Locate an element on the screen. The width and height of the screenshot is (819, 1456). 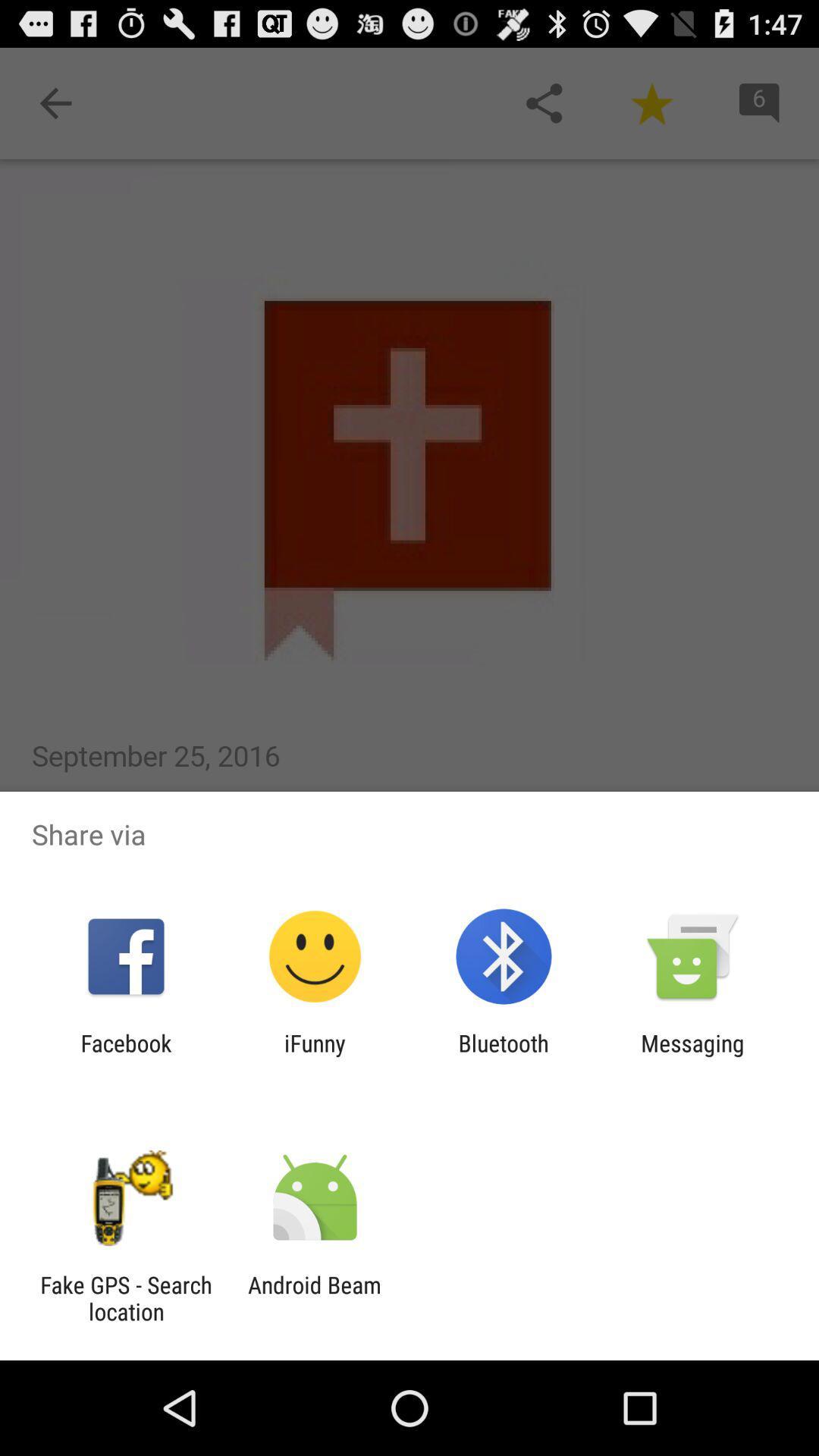
the ifunny app is located at coordinates (314, 1056).